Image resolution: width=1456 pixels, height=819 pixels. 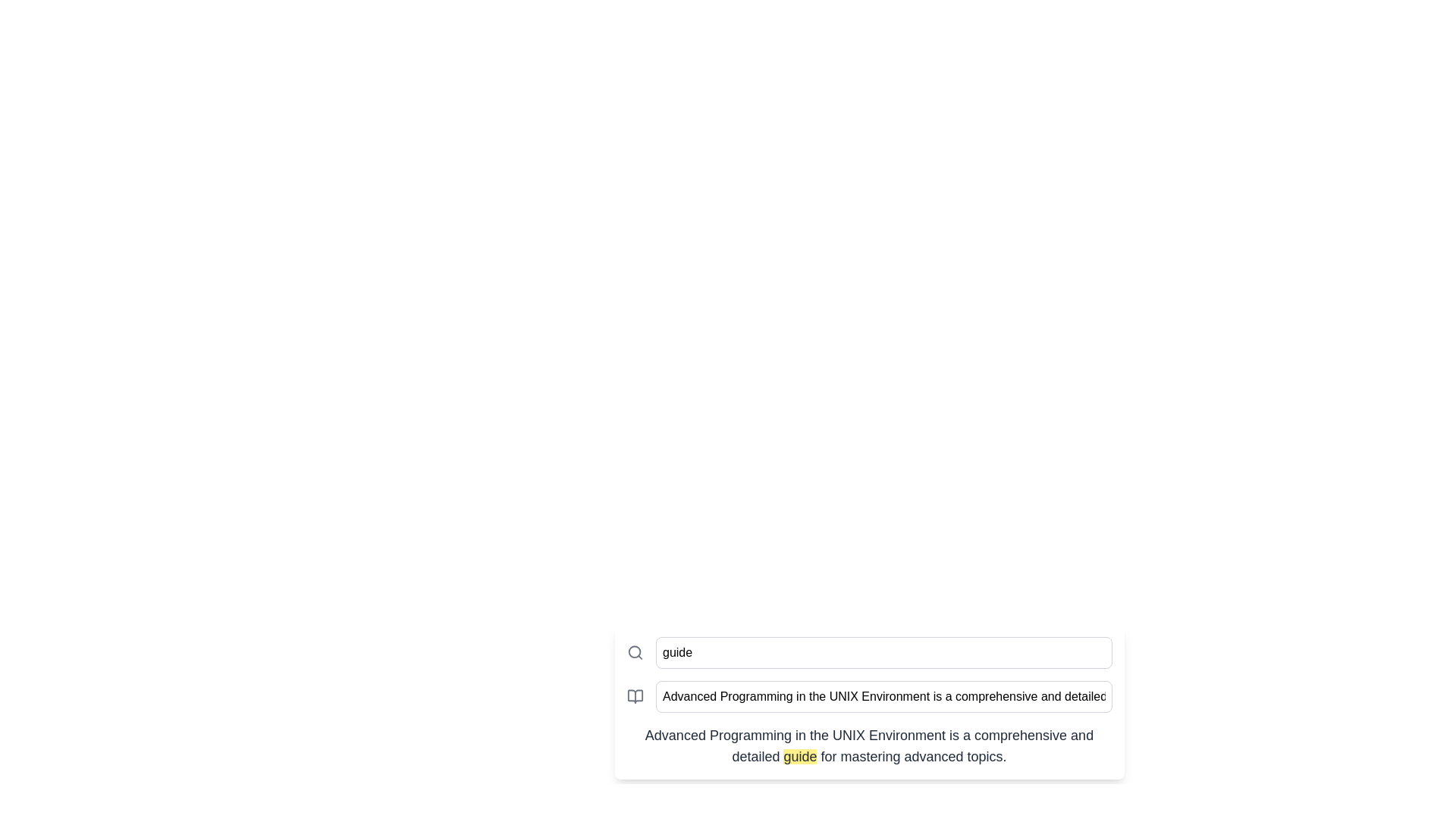 I want to click on the icon indicating a document or book, located to the left of the text field displaying 'Advanced Programming in the UNIX Environment', so click(x=635, y=696).